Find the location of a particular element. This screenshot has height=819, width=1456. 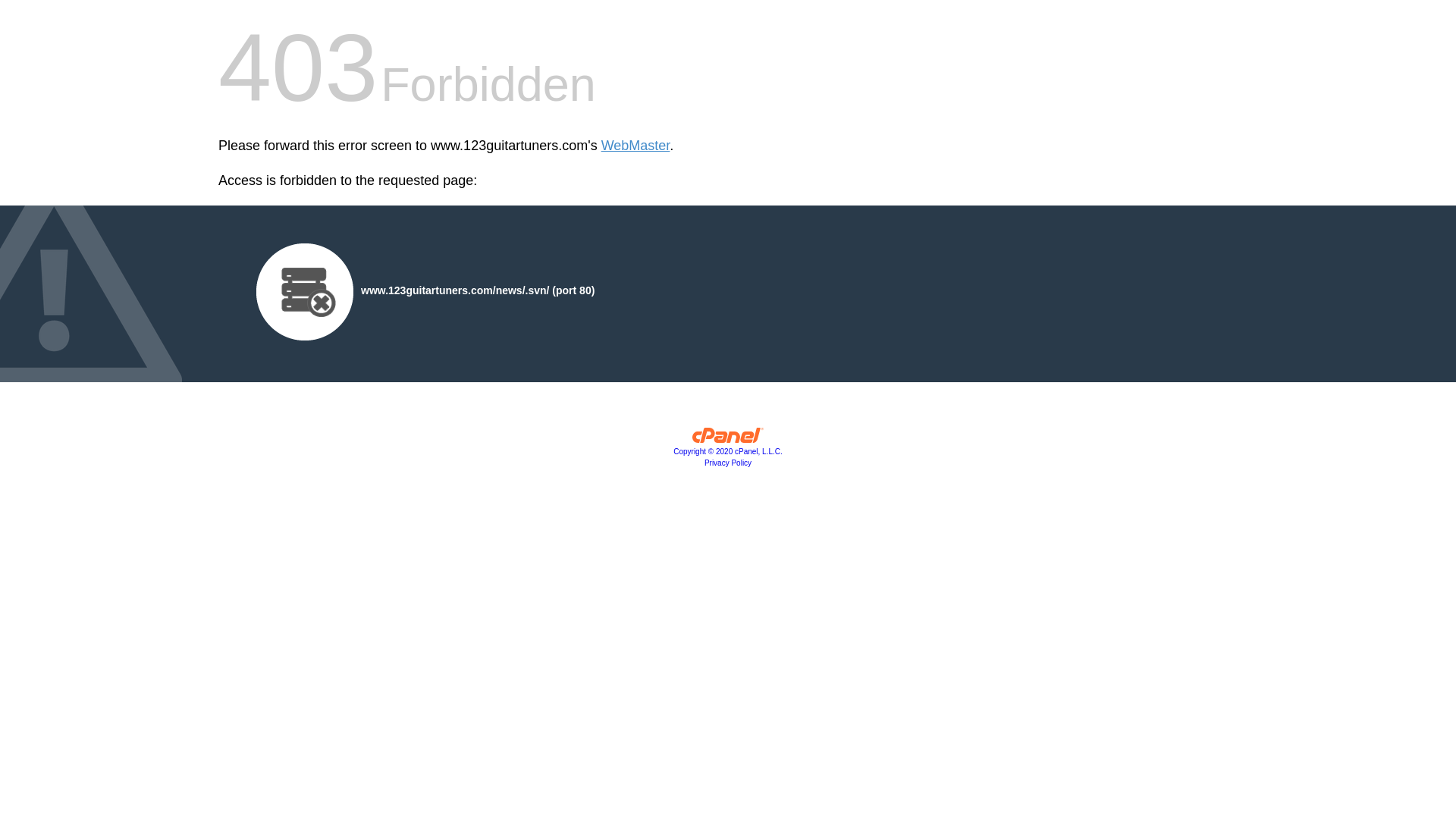

'cPanel, Inc.' is located at coordinates (691, 438).